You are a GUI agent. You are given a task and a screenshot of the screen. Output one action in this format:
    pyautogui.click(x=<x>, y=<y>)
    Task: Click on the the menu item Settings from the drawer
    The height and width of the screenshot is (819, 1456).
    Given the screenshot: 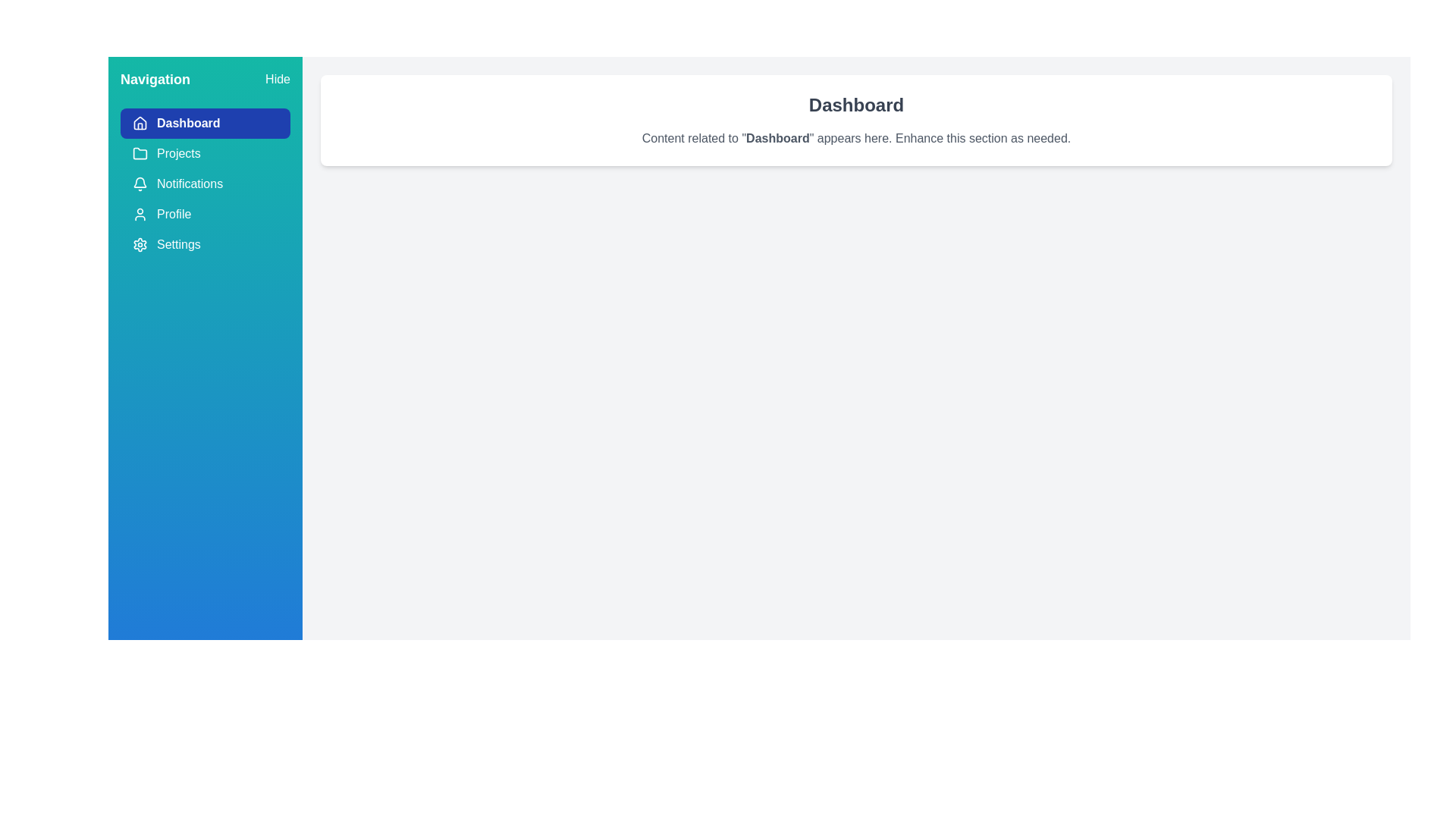 What is the action you would take?
    pyautogui.click(x=204, y=244)
    